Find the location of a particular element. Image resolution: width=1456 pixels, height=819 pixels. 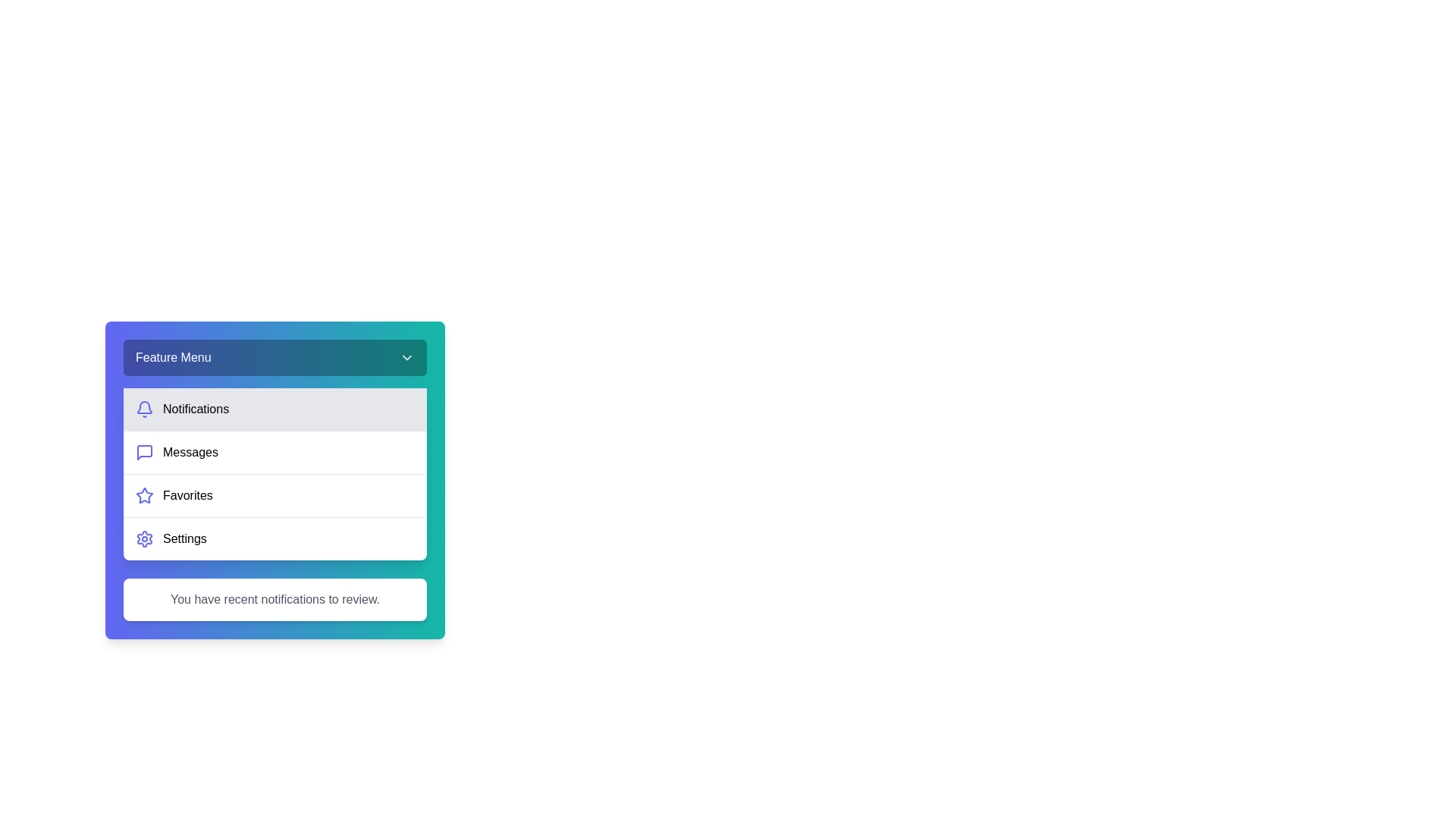

the 'Favorites' menu item, which is the third option is located at coordinates (275, 479).